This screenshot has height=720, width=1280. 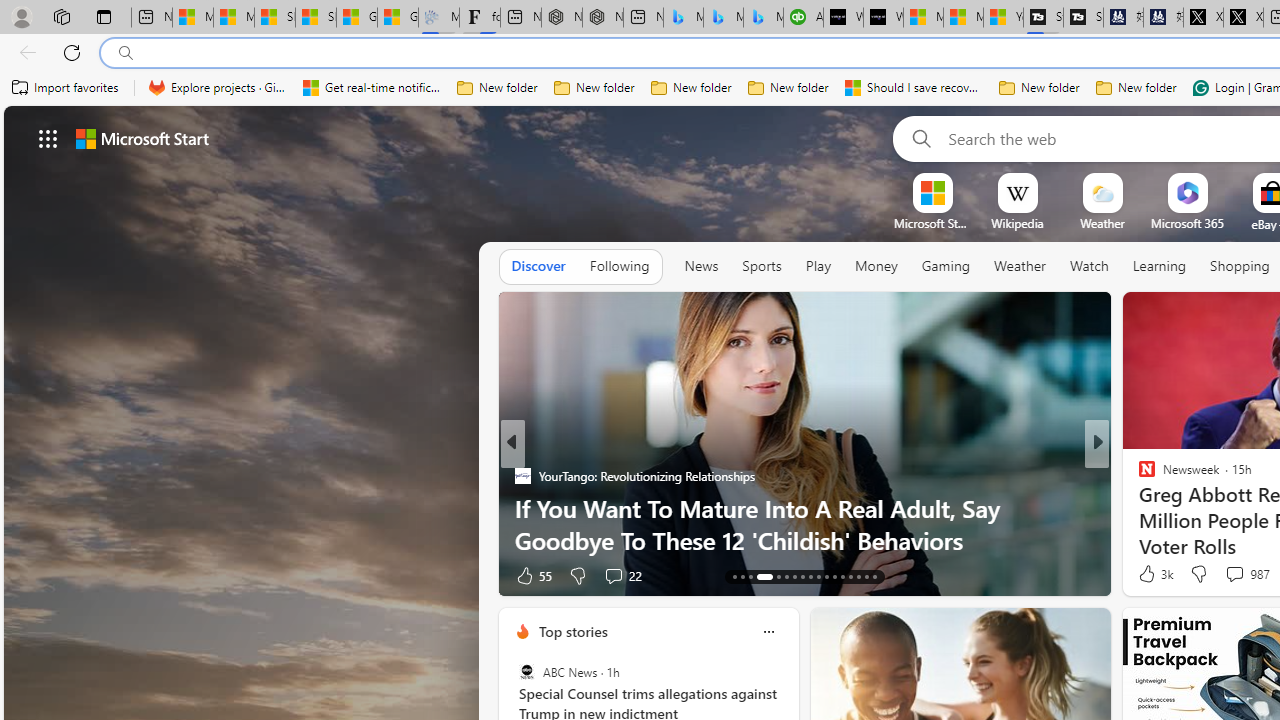 I want to click on 'Should I save recovered Word documents? - Microsoft Support', so click(x=912, y=87).